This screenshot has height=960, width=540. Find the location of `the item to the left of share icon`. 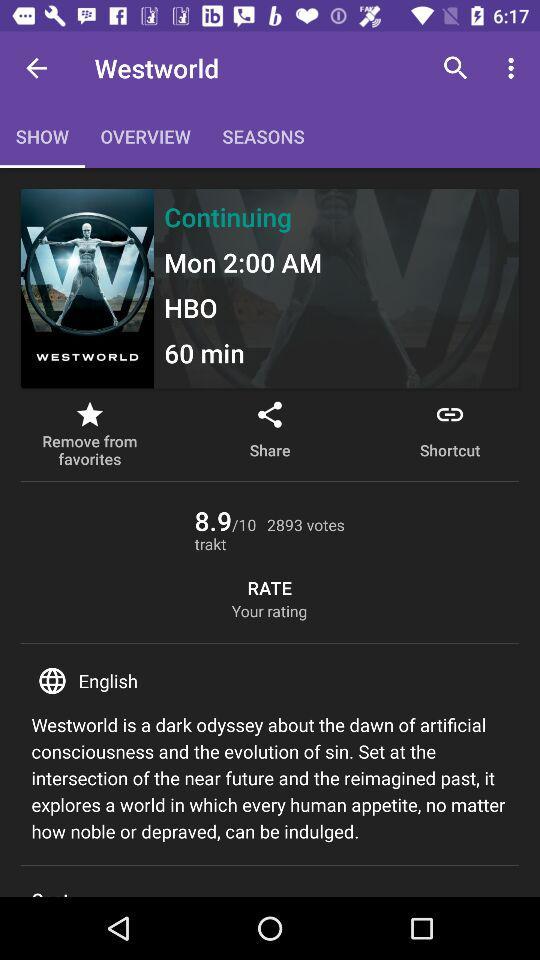

the item to the left of share icon is located at coordinates (89, 434).